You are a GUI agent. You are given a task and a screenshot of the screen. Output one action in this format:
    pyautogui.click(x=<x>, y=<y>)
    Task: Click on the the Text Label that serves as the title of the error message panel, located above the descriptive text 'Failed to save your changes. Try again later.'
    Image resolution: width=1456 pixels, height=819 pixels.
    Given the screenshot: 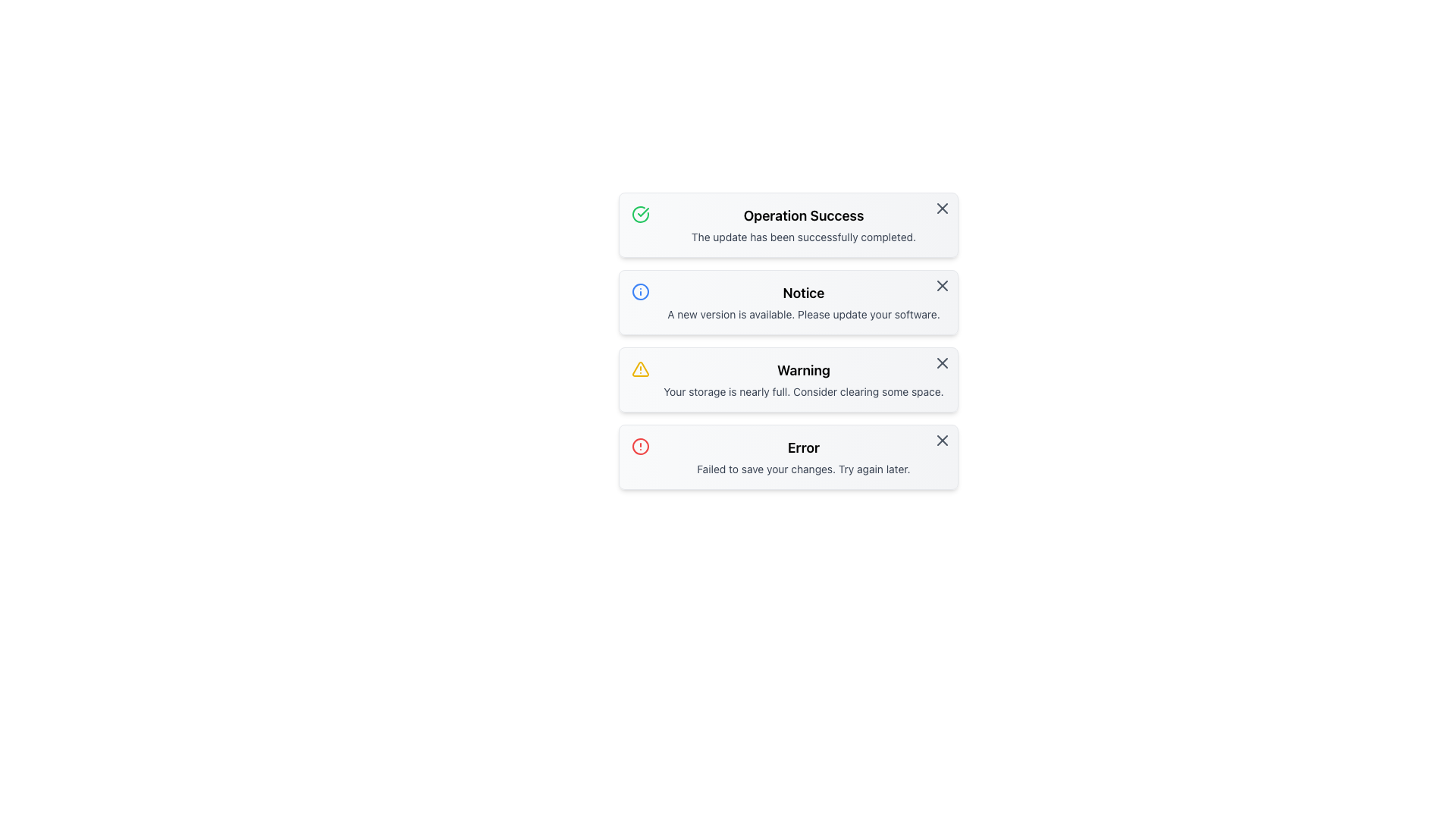 What is the action you would take?
    pyautogui.click(x=803, y=447)
    